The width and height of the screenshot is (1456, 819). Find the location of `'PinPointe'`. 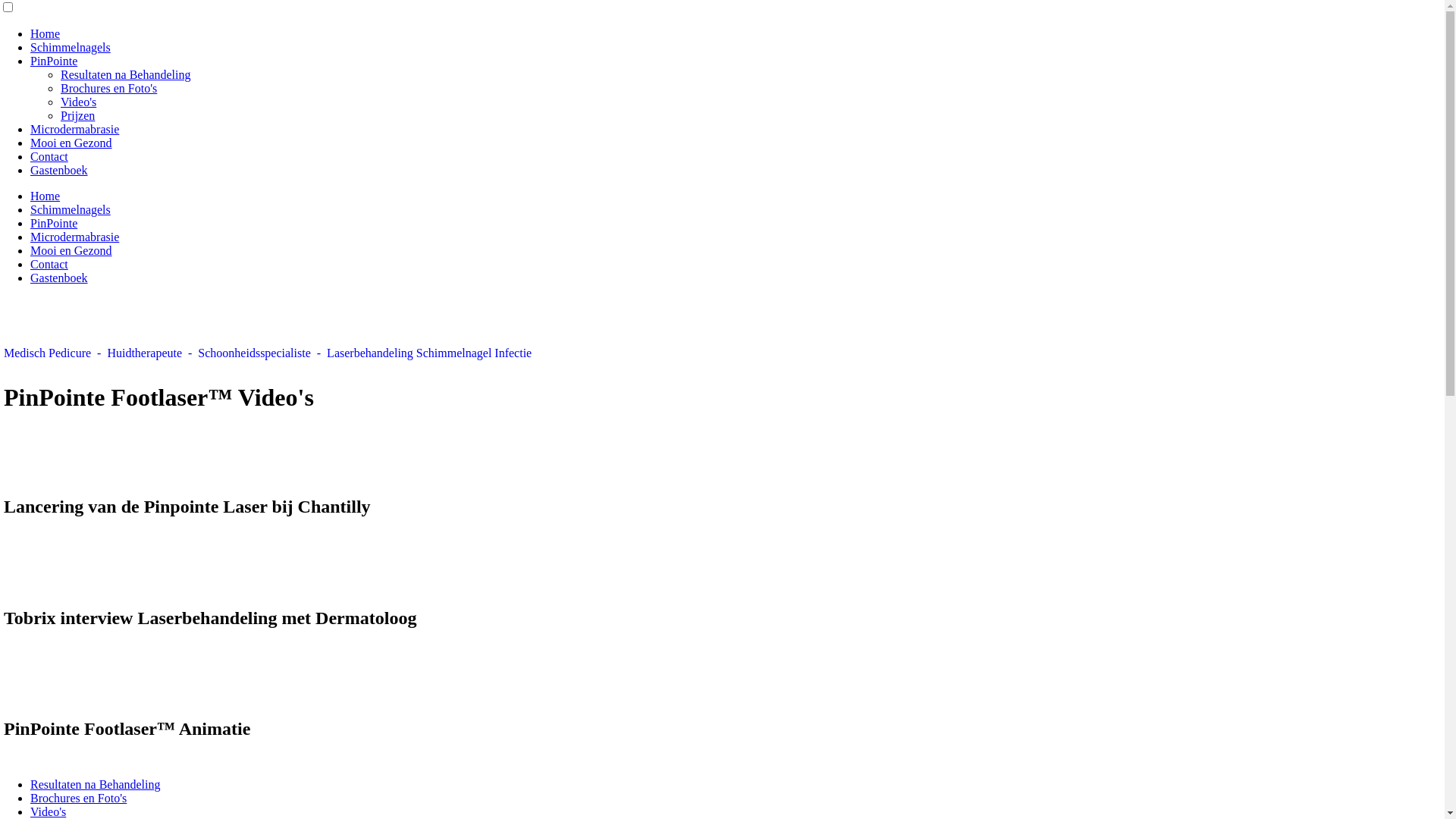

'PinPointe' is located at coordinates (54, 60).